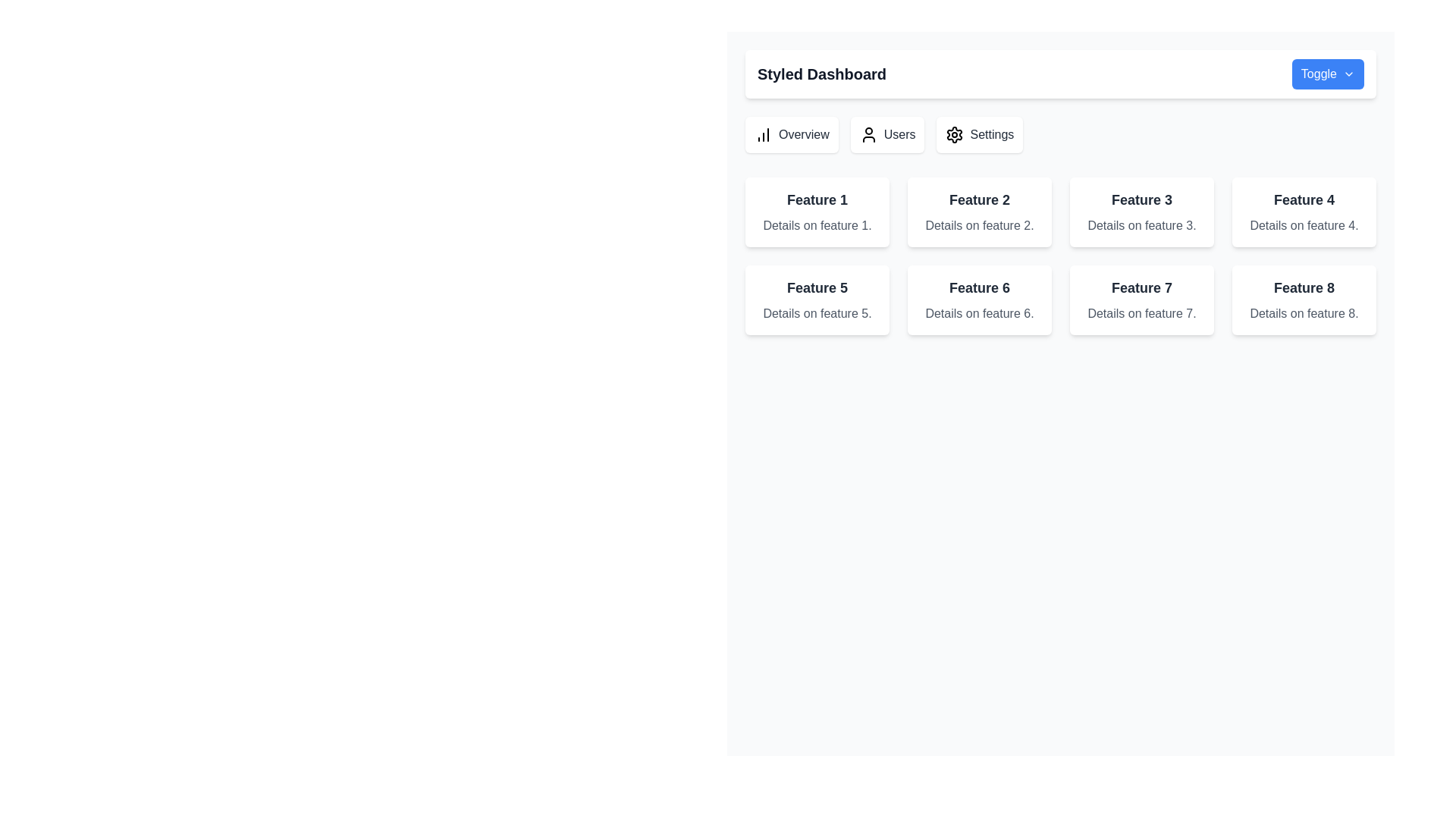 The height and width of the screenshot is (819, 1456). Describe the element at coordinates (1303, 300) in the screenshot. I see `the static informational card located in the bottom-right corner of the grid layout, which is the fourth card in the second row of a 4x2 grid` at that location.